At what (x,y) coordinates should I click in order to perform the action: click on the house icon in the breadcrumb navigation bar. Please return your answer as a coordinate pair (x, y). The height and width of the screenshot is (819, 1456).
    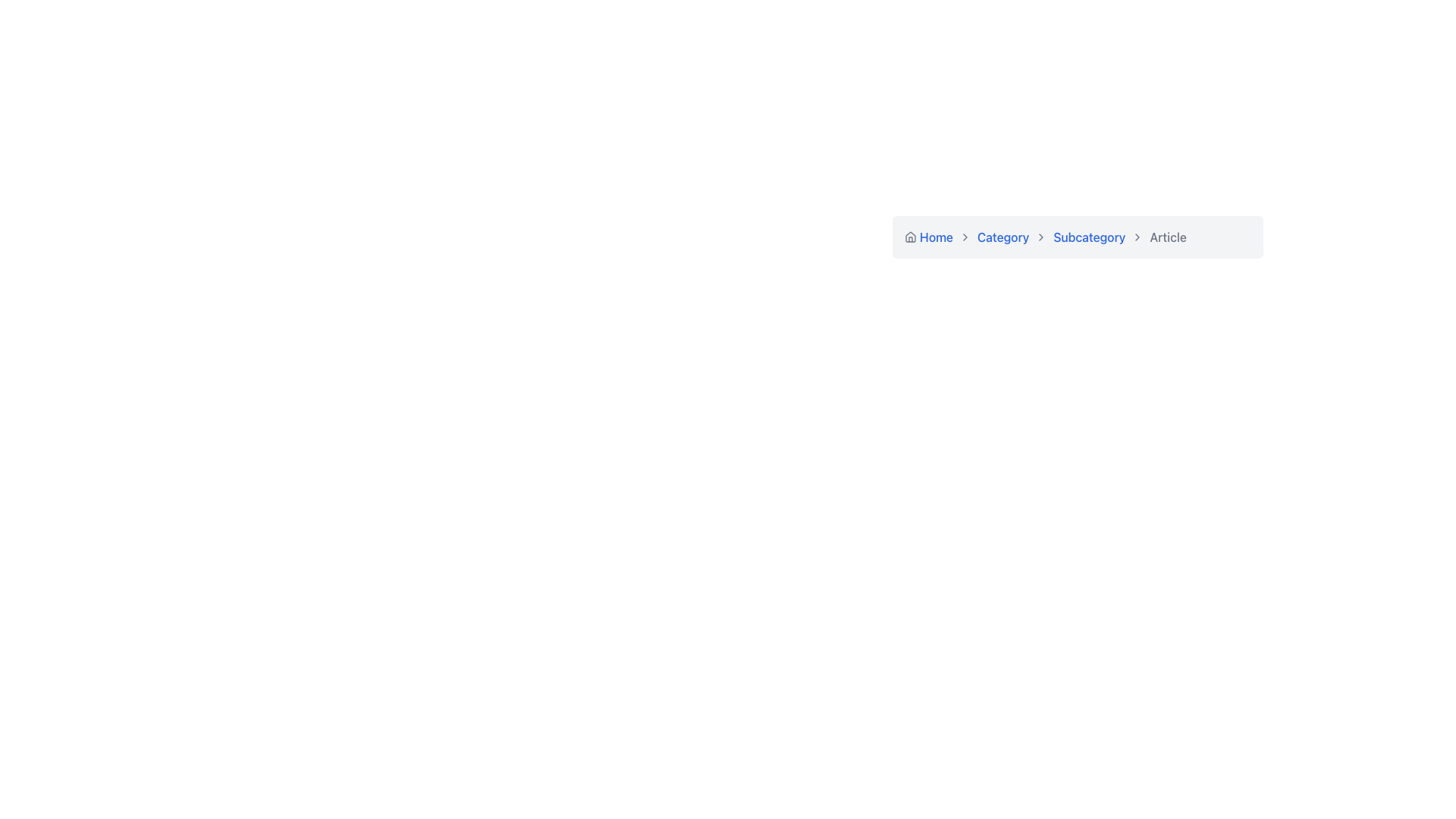
    Looking at the image, I should click on (910, 237).